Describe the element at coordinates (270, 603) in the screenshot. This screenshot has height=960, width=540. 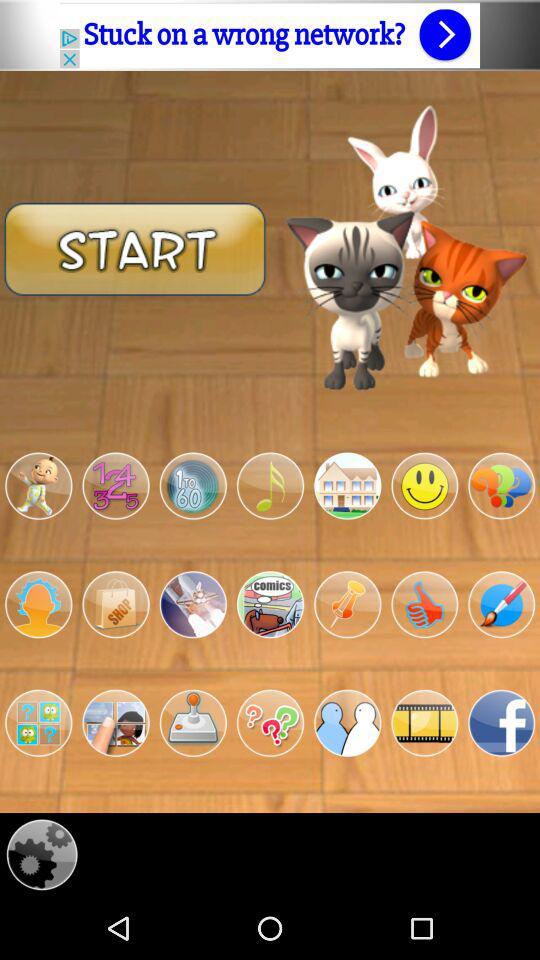
I see `comics` at that location.